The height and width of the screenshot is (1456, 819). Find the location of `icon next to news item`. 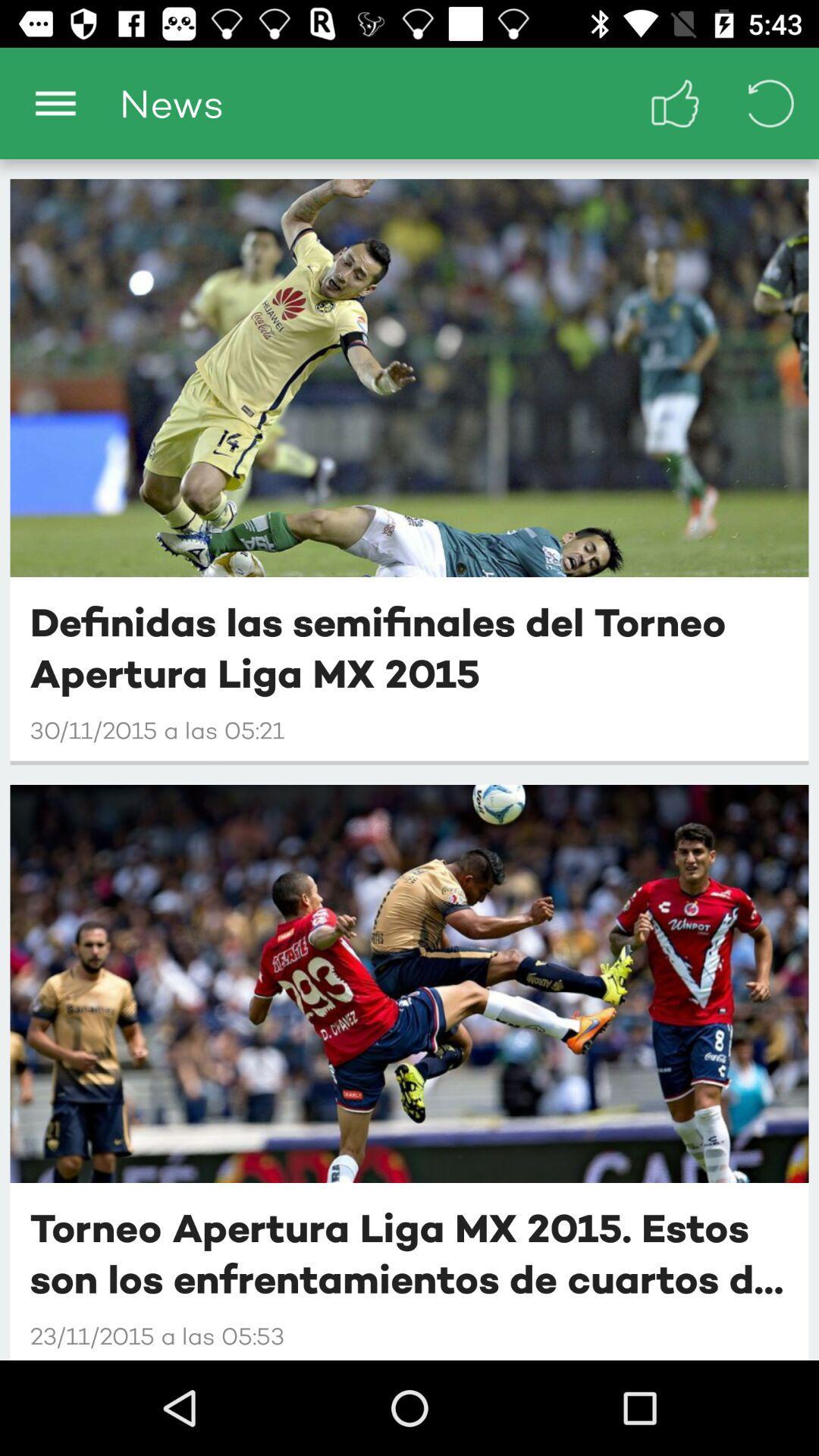

icon next to news item is located at coordinates (55, 102).